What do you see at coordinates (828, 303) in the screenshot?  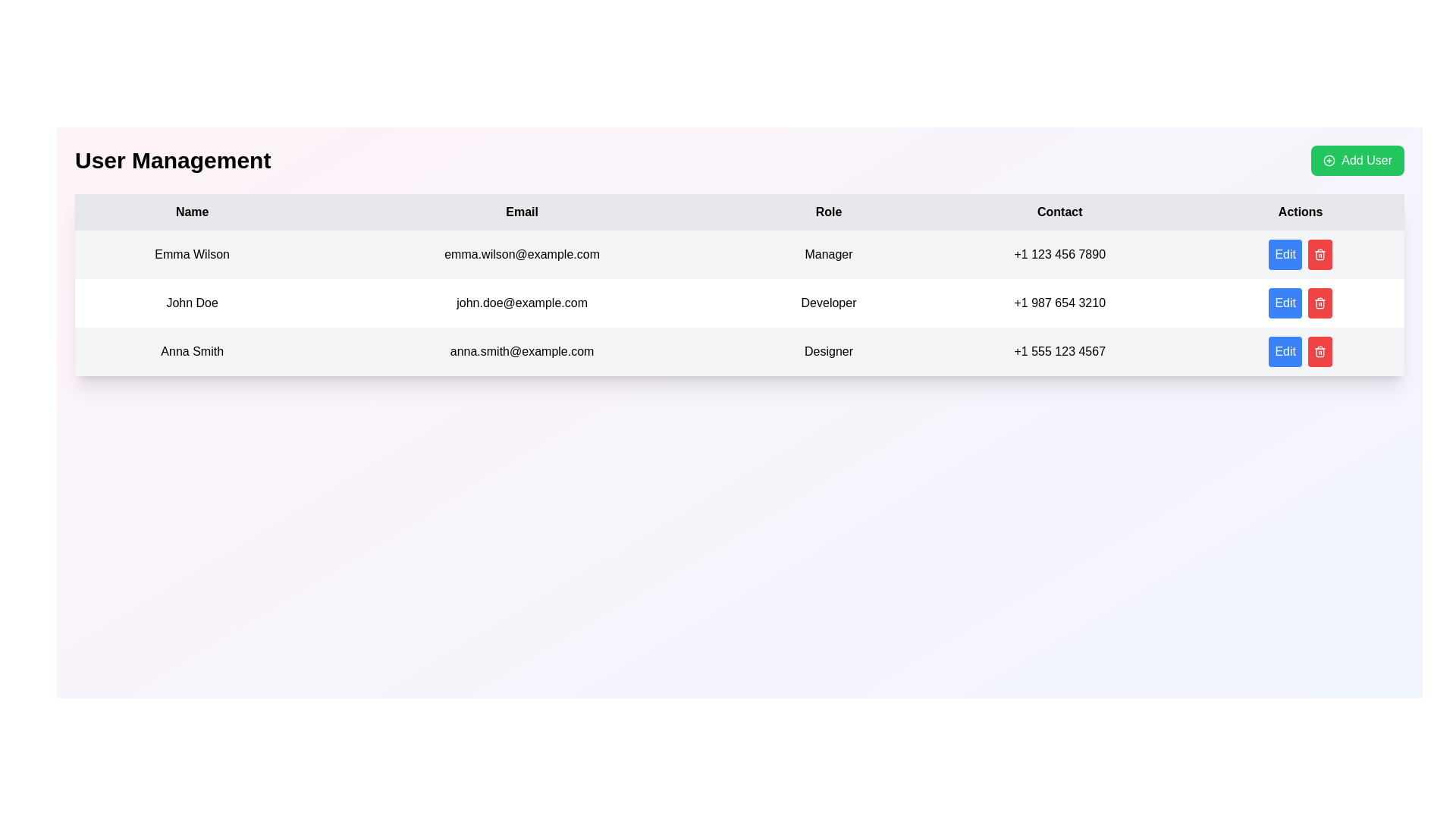 I see `the Text label displaying 'Developer' located in the third column of the second row under the header 'Role'` at bounding box center [828, 303].